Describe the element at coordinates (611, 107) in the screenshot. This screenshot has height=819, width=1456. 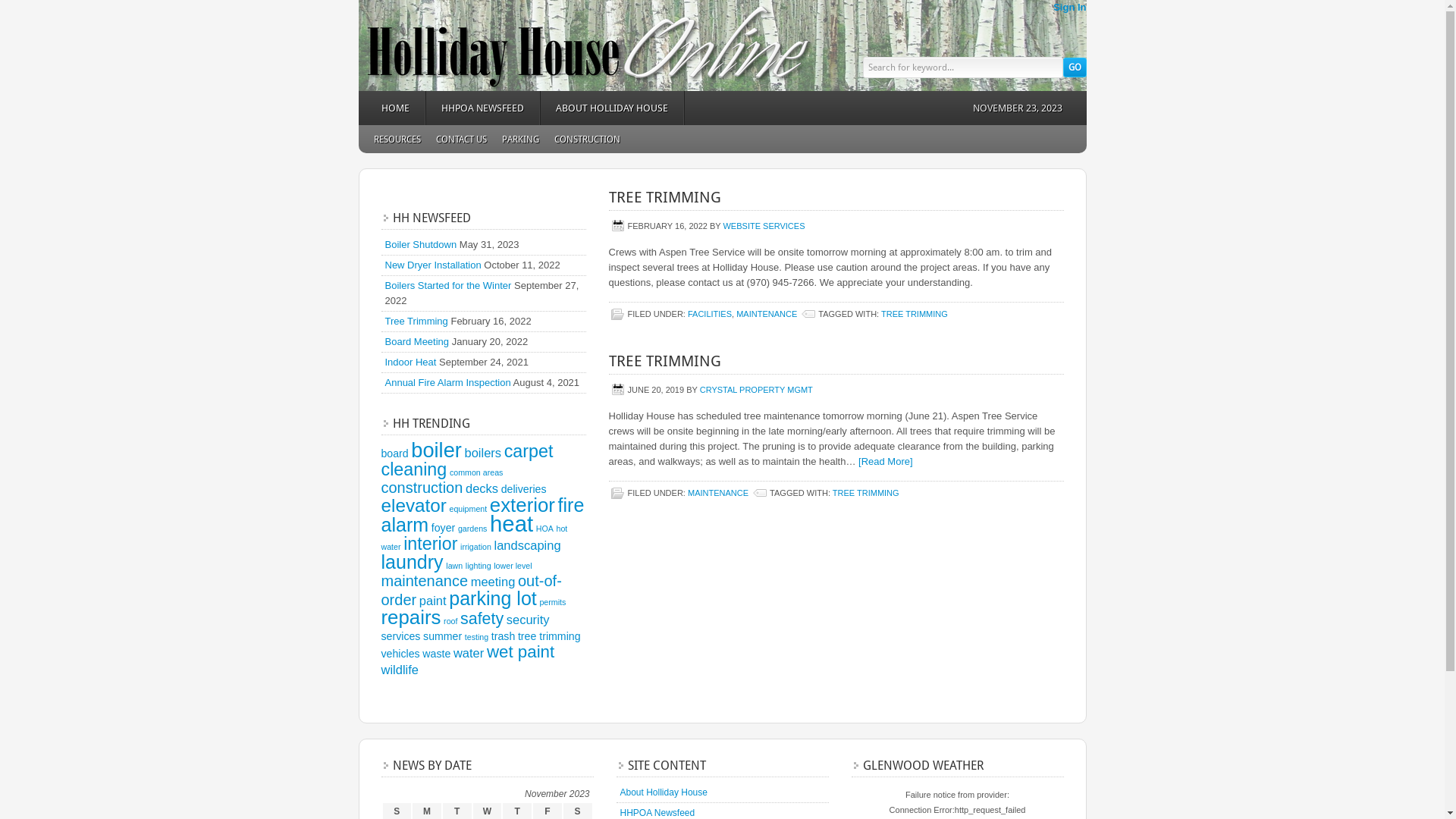
I see `'ABOUT HOLLIDAY HOUSE'` at that location.